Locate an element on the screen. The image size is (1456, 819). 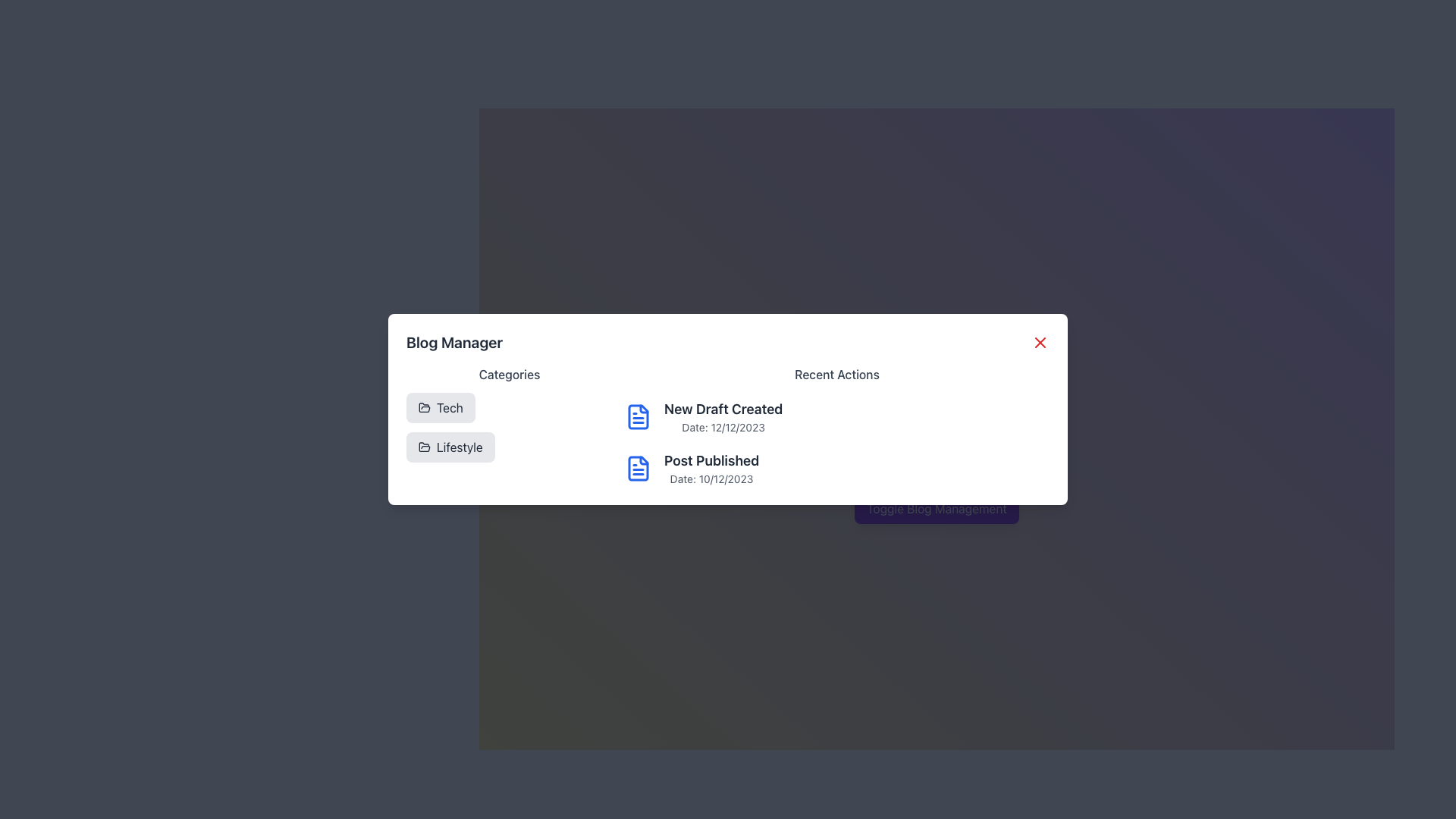
the blue-colored document icon with a thin outline and rounded corners located to the left of the text 'New Draft Created' in the 'Recent Actions' section of the 'Blog Manager' dialog box is located at coordinates (638, 417).